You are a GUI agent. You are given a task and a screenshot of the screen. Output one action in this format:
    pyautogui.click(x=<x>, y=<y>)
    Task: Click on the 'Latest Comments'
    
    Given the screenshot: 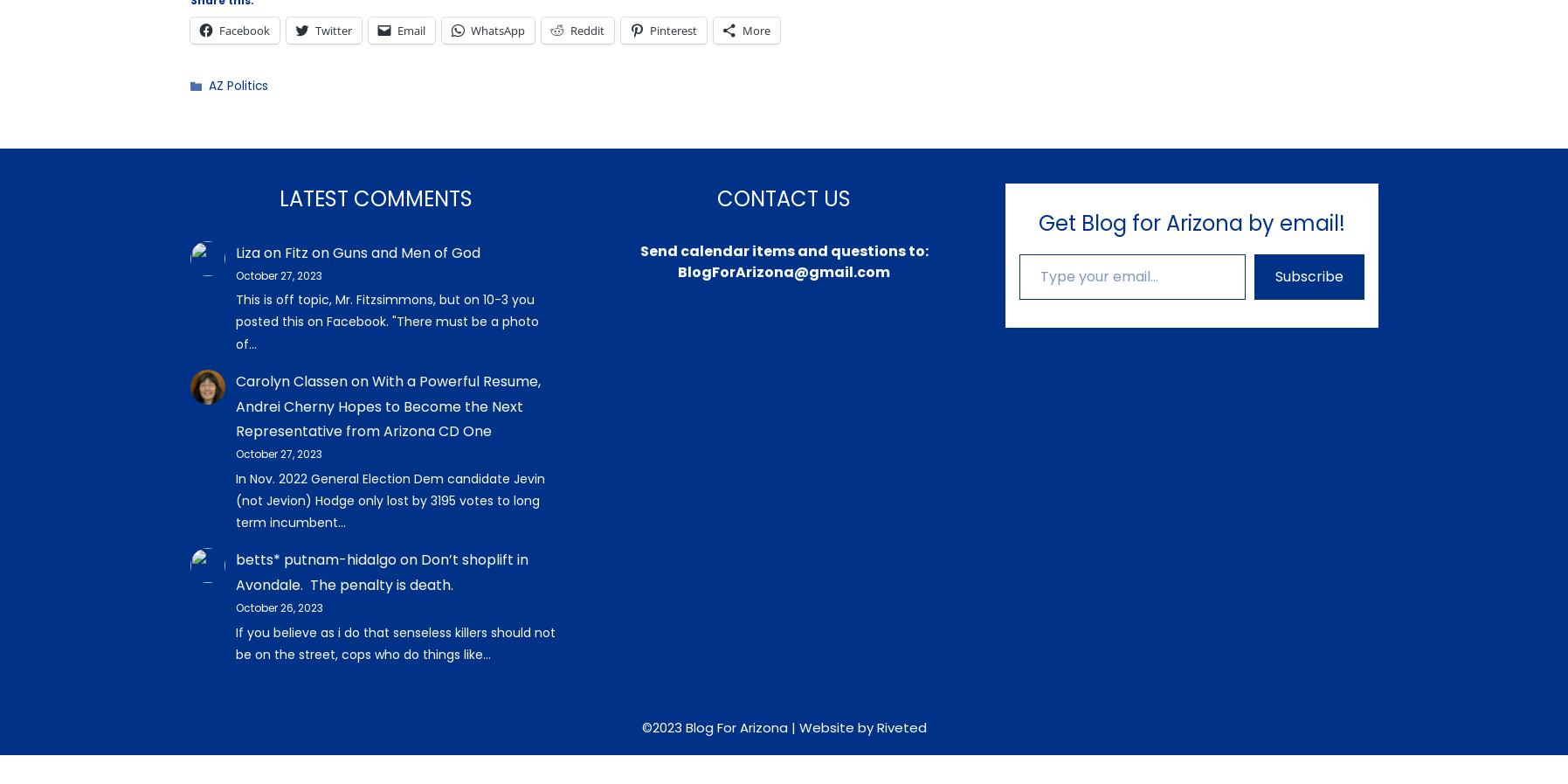 What is the action you would take?
    pyautogui.click(x=376, y=197)
    